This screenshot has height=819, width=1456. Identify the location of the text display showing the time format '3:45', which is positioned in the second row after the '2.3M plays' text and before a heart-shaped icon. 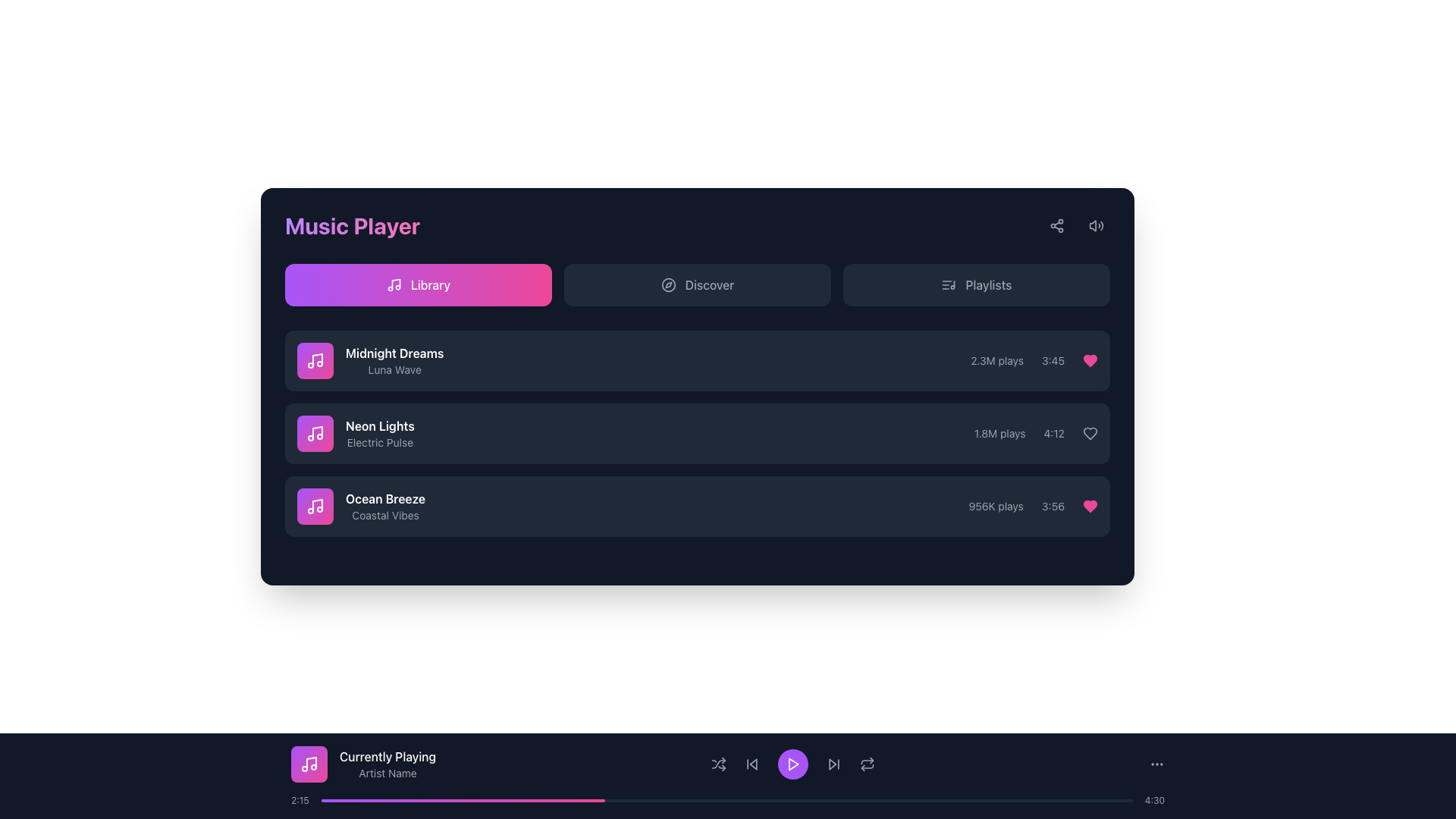
(1052, 360).